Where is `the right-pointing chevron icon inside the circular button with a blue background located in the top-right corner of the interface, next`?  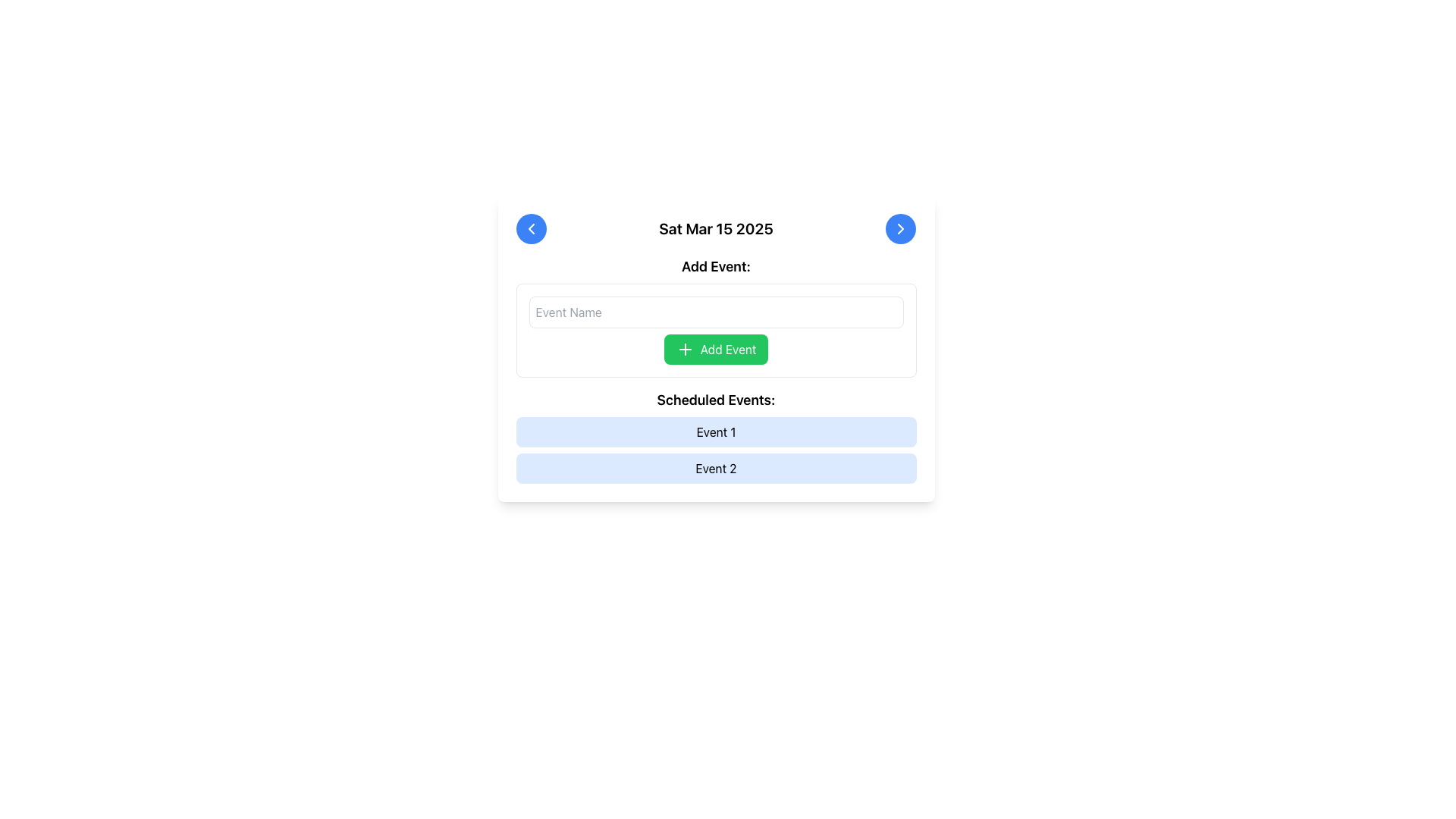
the right-pointing chevron icon inside the circular button with a blue background located in the top-right corner of the interface, next is located at coordinates (901, 228).